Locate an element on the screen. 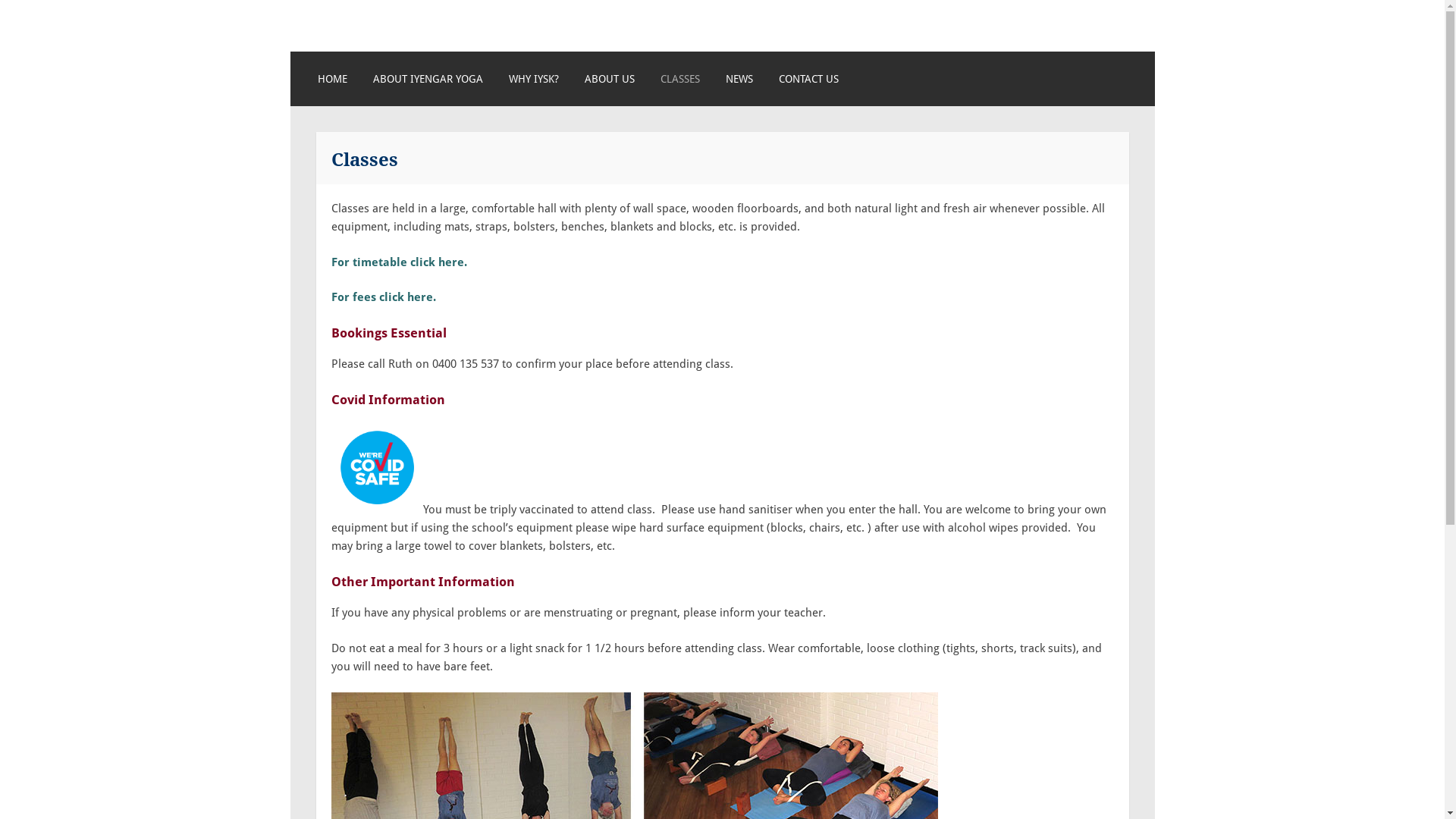 The height and width of the screenshot is (819, 1456). 'HOME' is located at coordinates (331, 79).